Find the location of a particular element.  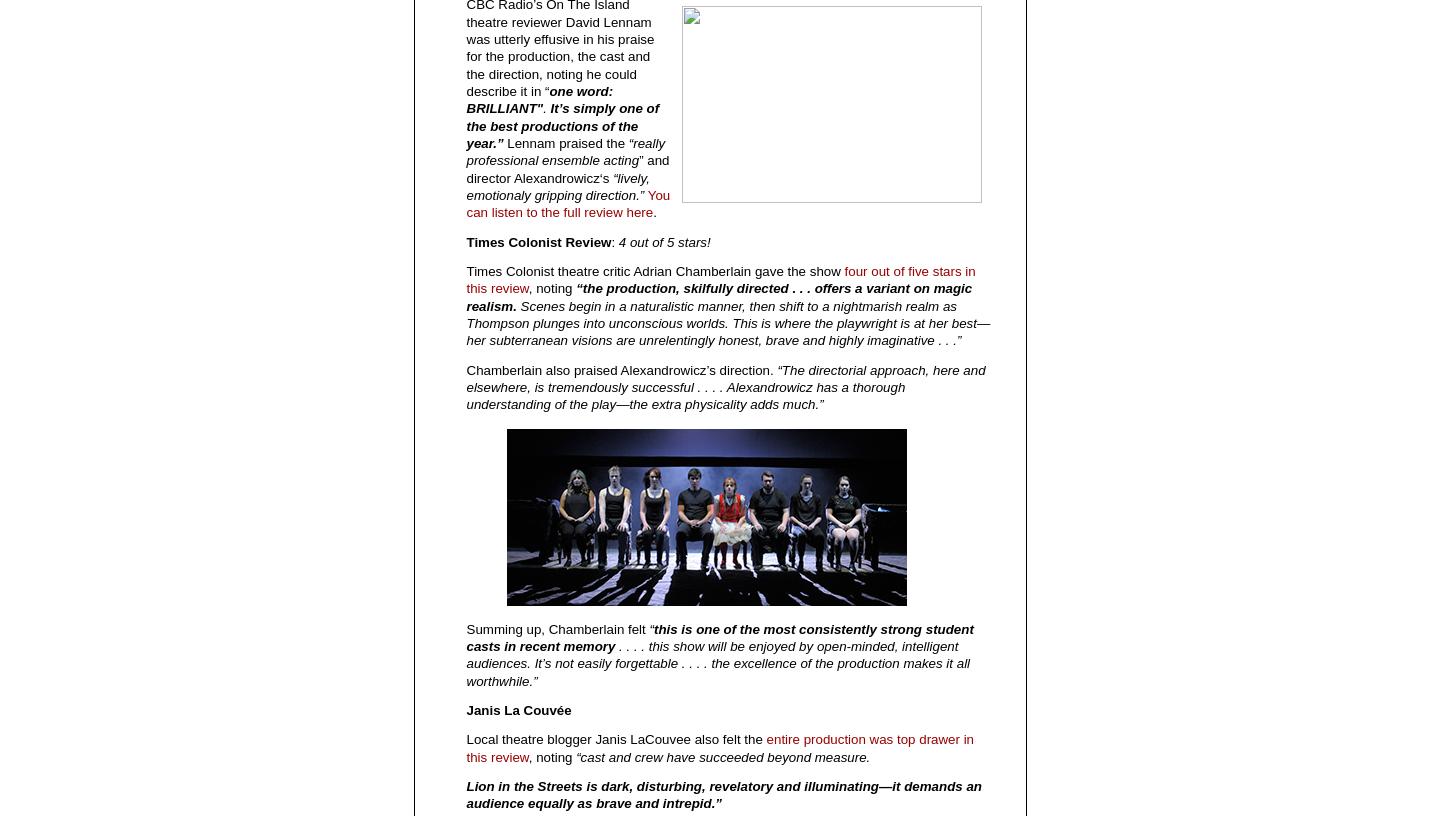

'” and director Alexandrowicz‘s' is located at coordinates (567, 168).